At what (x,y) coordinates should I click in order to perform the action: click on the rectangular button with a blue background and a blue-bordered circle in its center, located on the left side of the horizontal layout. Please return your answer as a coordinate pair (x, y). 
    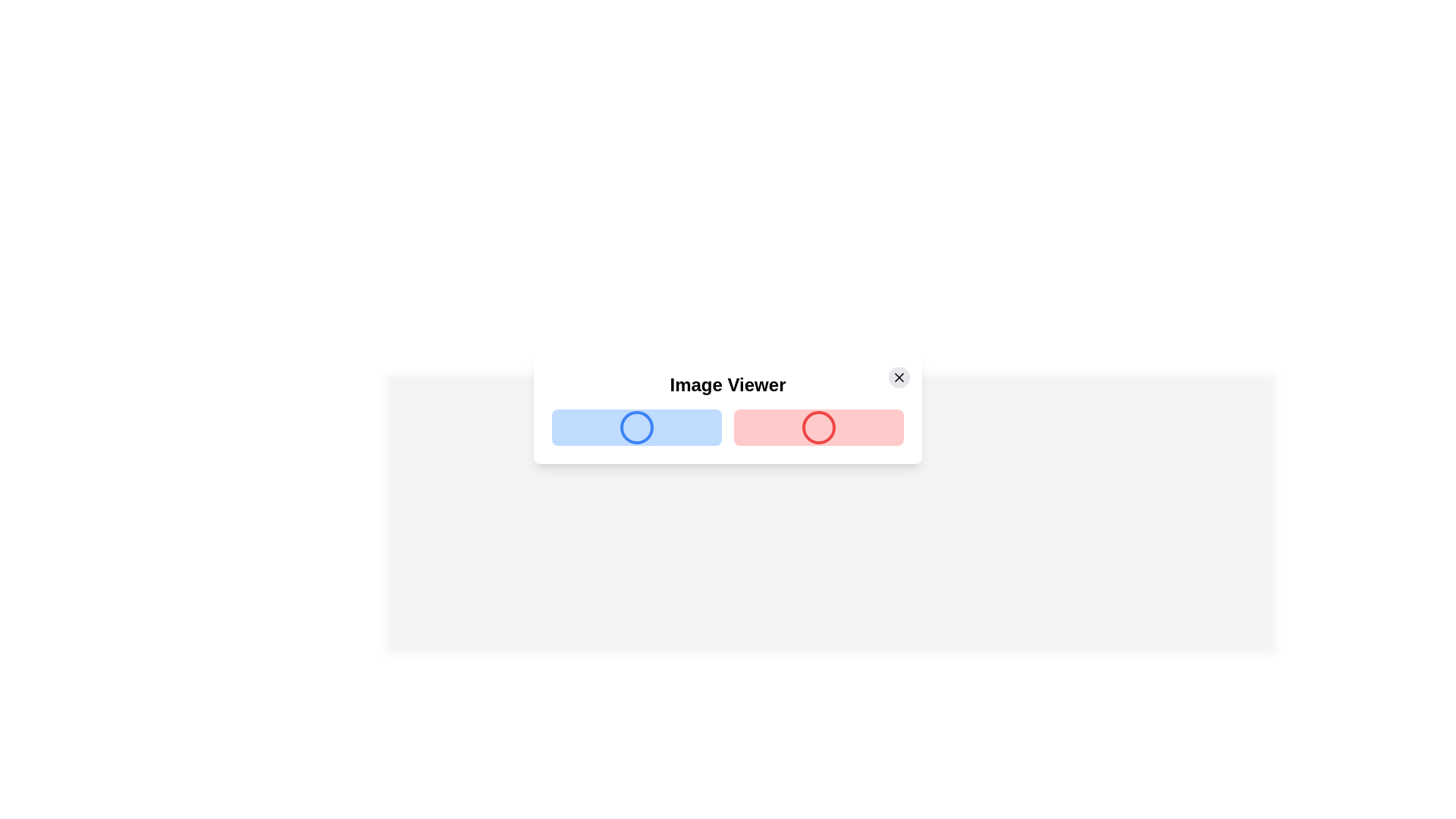
    Looking at the image, I should click on (637, 427).